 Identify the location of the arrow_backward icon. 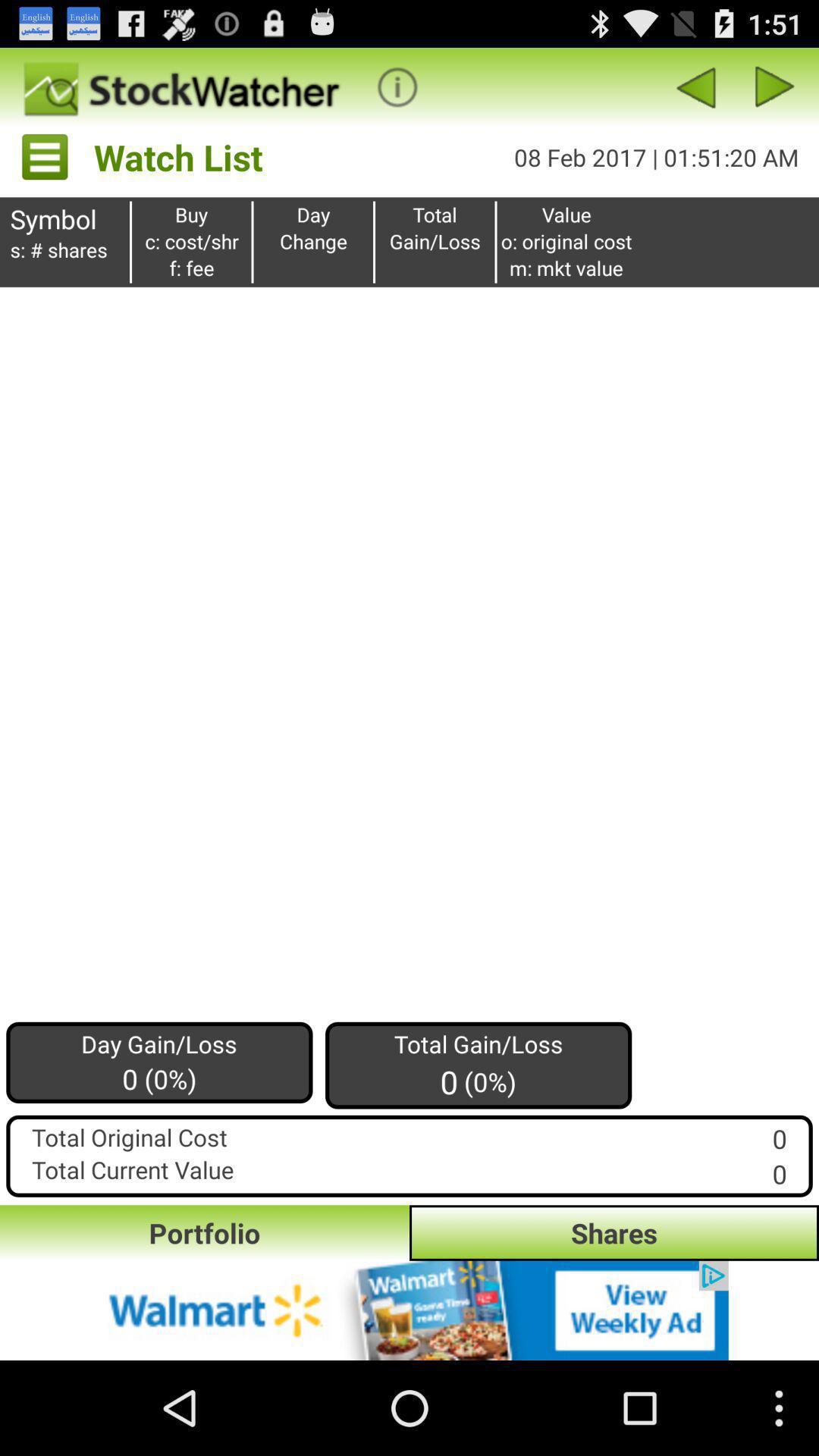
(695, 93).